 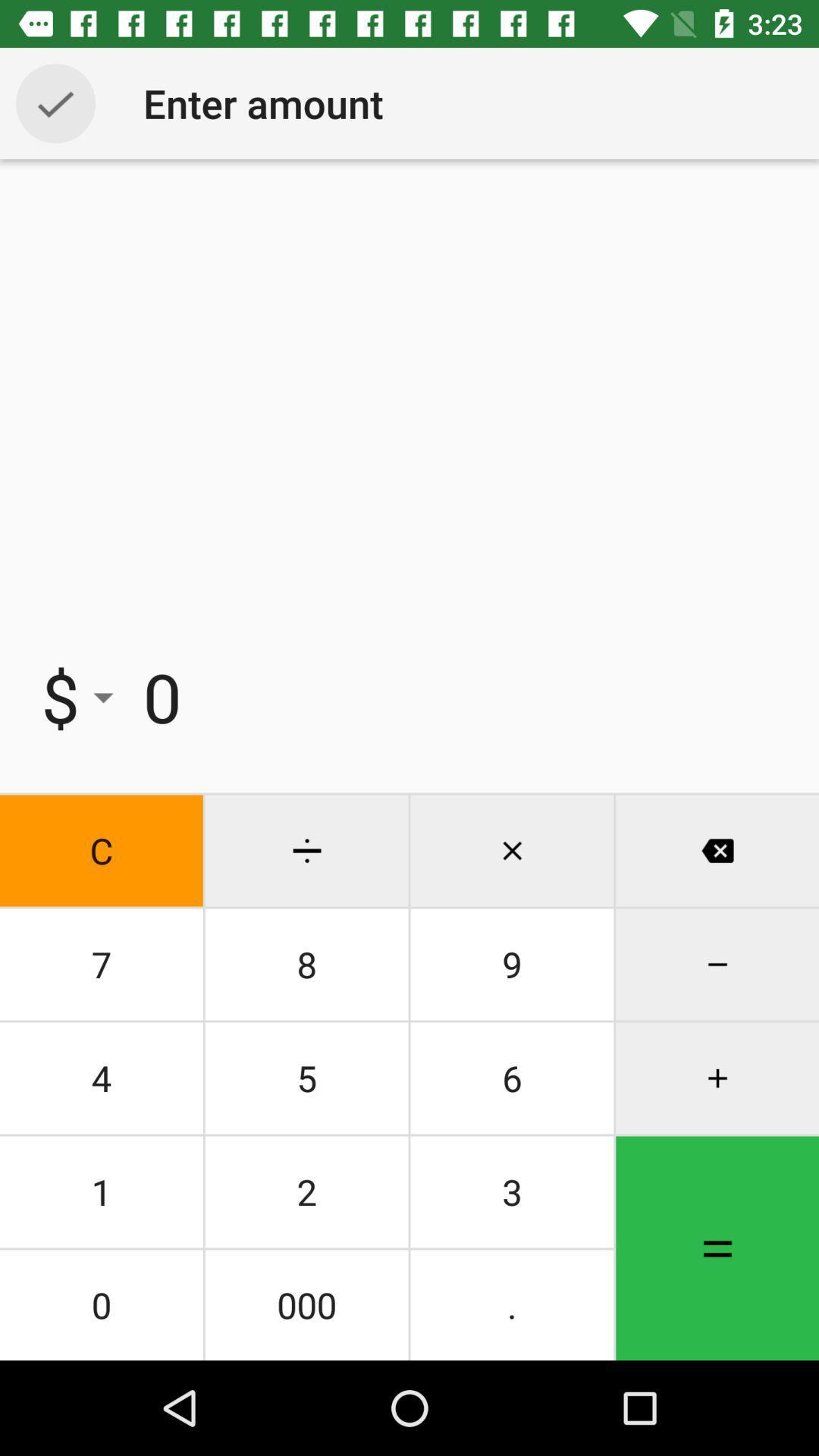 I want to click on icon above 4 item, so click(x=101, y=964).